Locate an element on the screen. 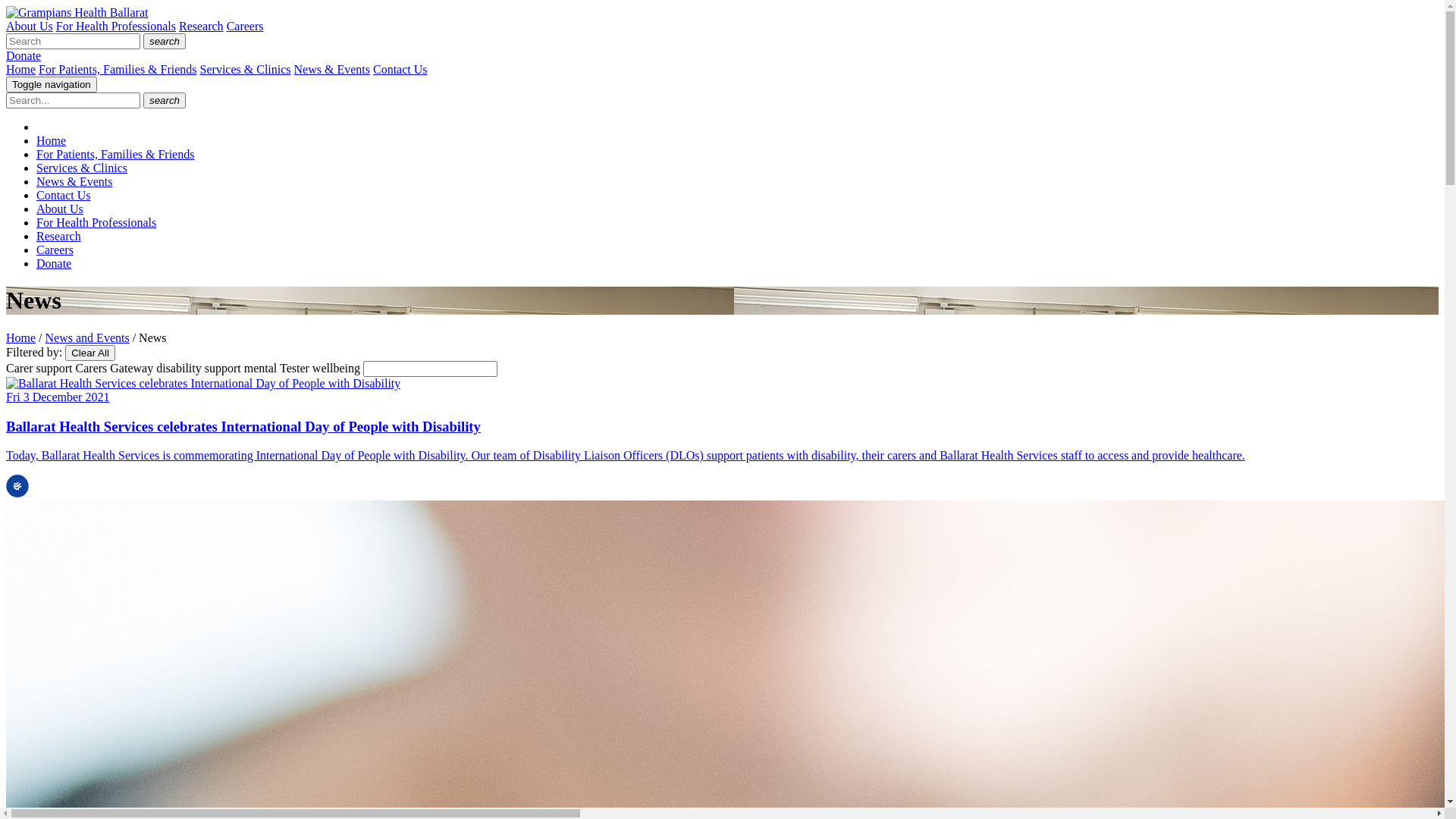 The height and width of the screenshot is (819, 1456). 'Donate' is located at coordinates (54, 262).